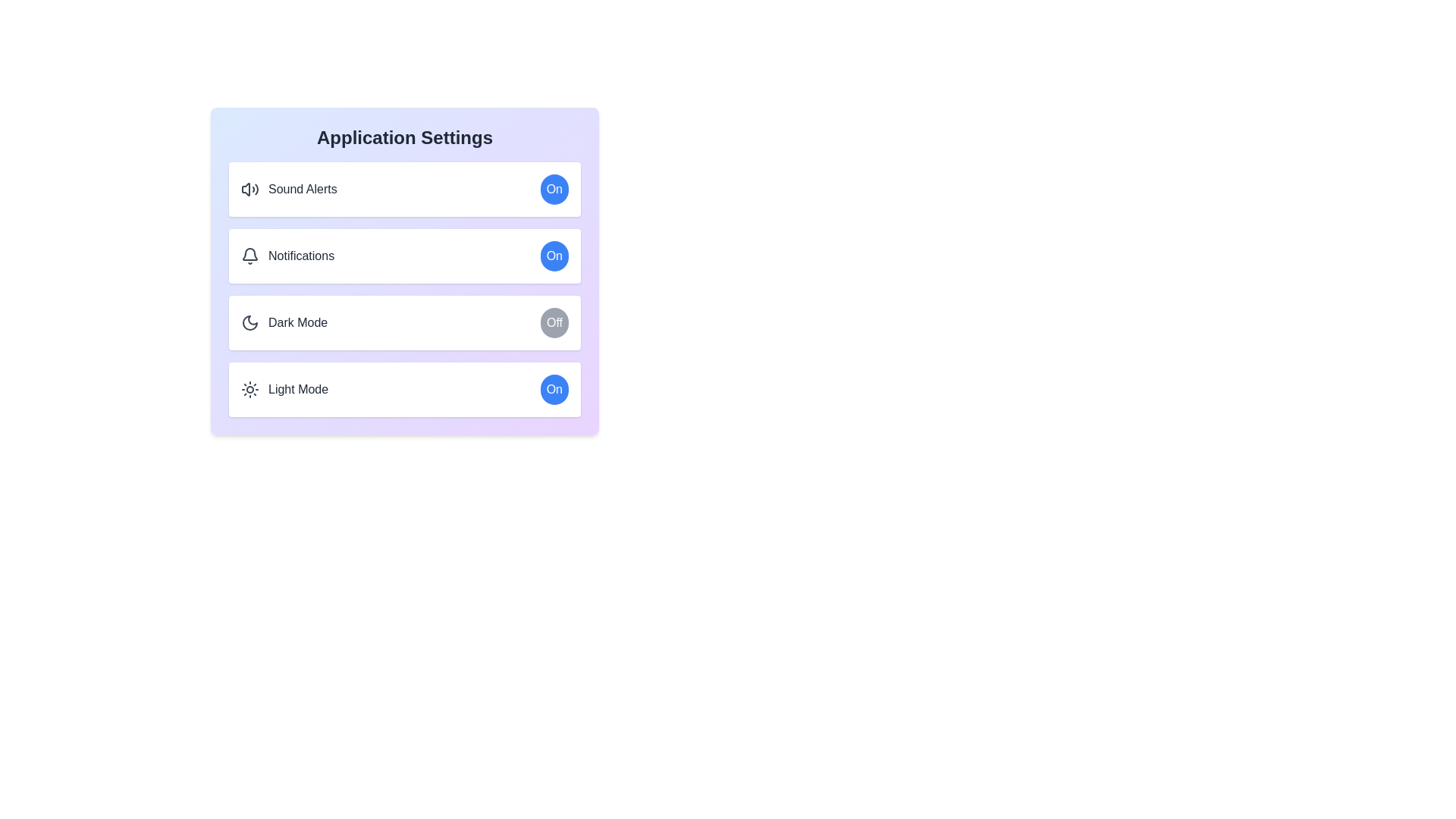  Describe the element at coordinates (250, 322) in the screenshot. I see `the 'Dark Mode' icon, which is positioned at the beginning of the third row in the settings list, adjacent to the text 'Dark Mode'` at that location.